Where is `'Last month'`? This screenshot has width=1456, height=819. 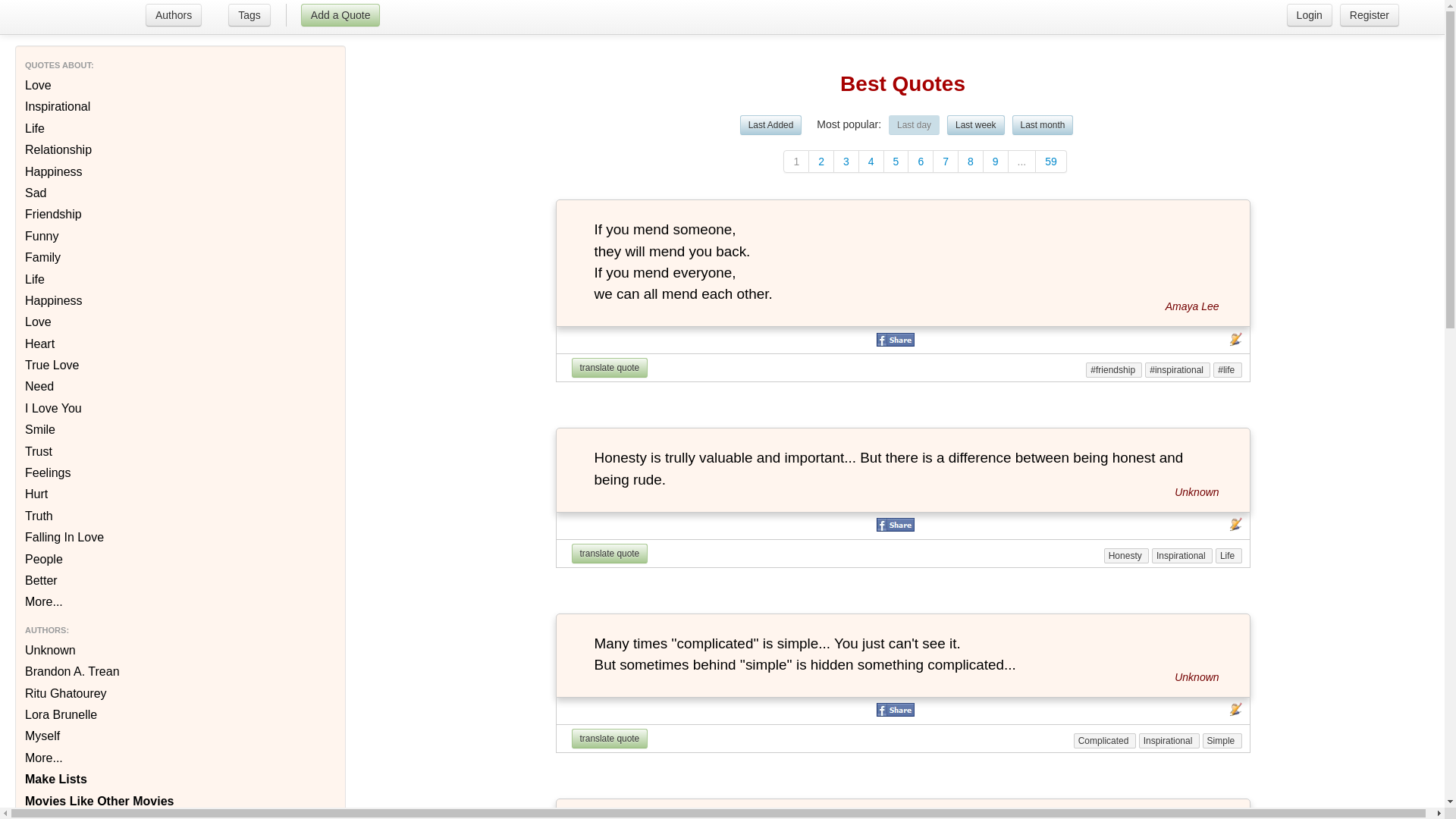 'Last month' is located at coordinates (1042, 124).